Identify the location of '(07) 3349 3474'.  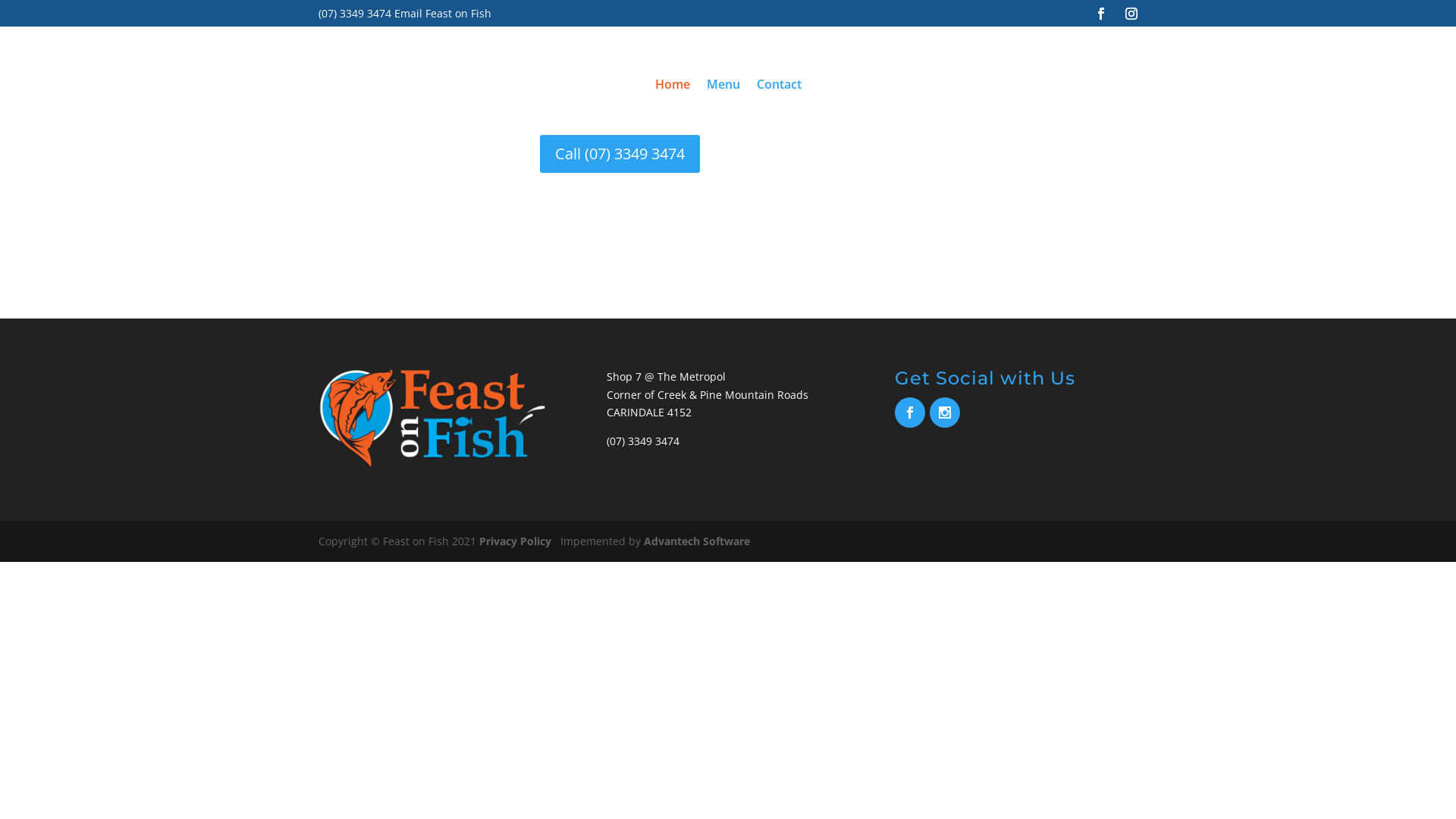
(353, 13).